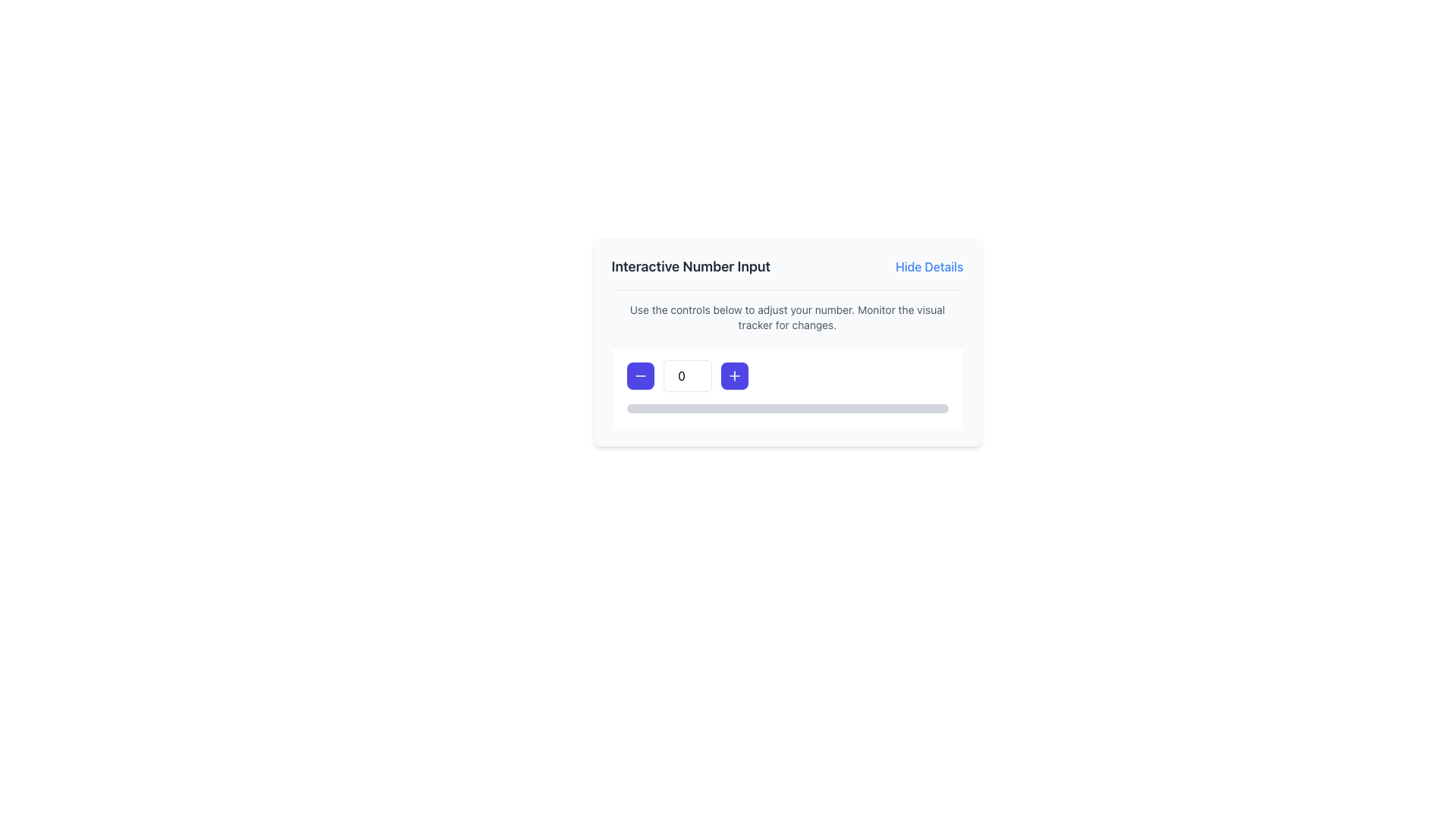 The height and width of the screenshot is (819, 1456). I want to click on the deep indigo square-shaped button with rounded corners and a white plus symbol, located to the right of a numeric input field in the 'Interactive Number Input' section, to observe any visual feedback, so click(734, 375).